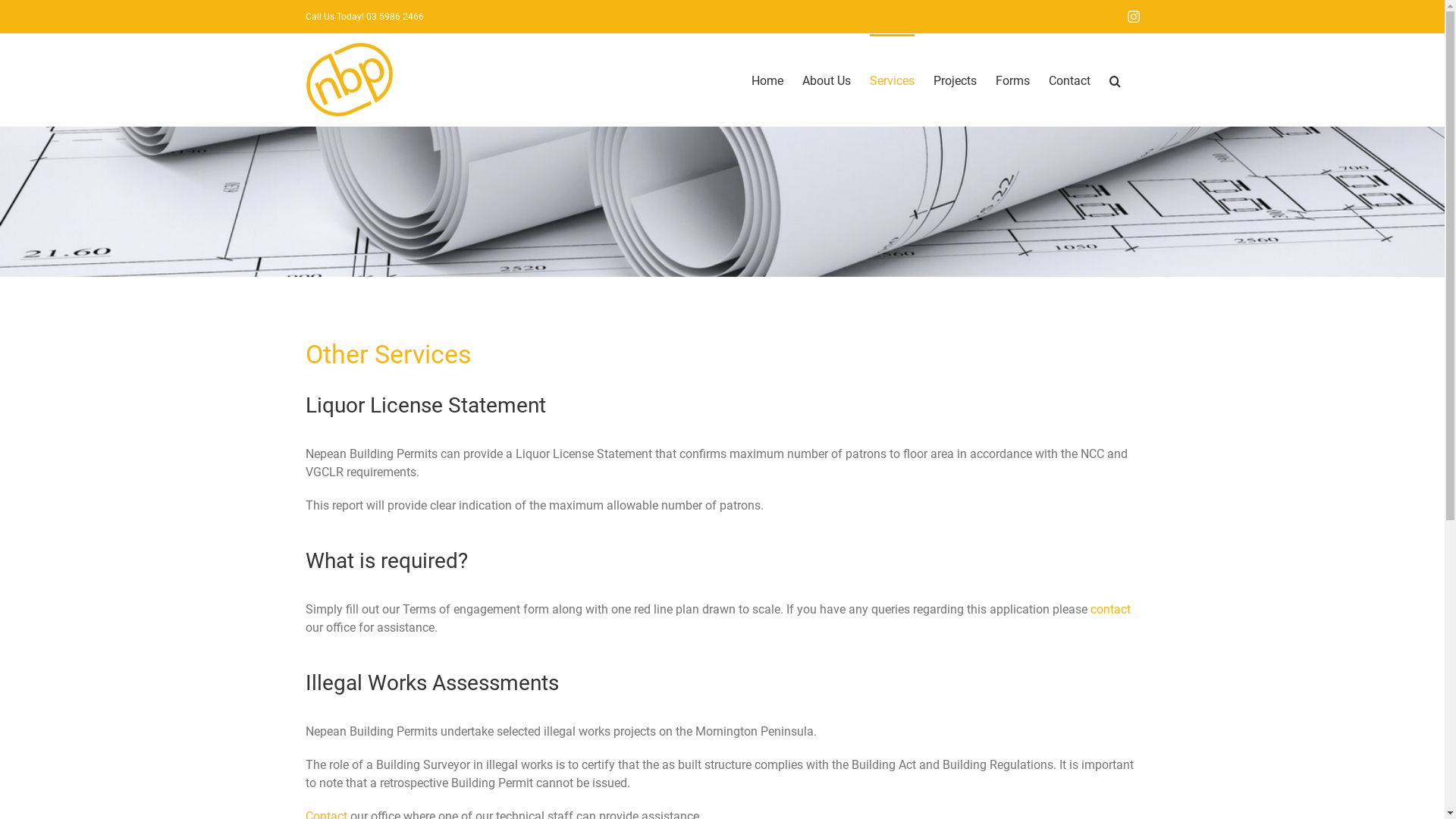 The image size is (1456, 819). I want to click on 'Contact', so click(1068, 79).